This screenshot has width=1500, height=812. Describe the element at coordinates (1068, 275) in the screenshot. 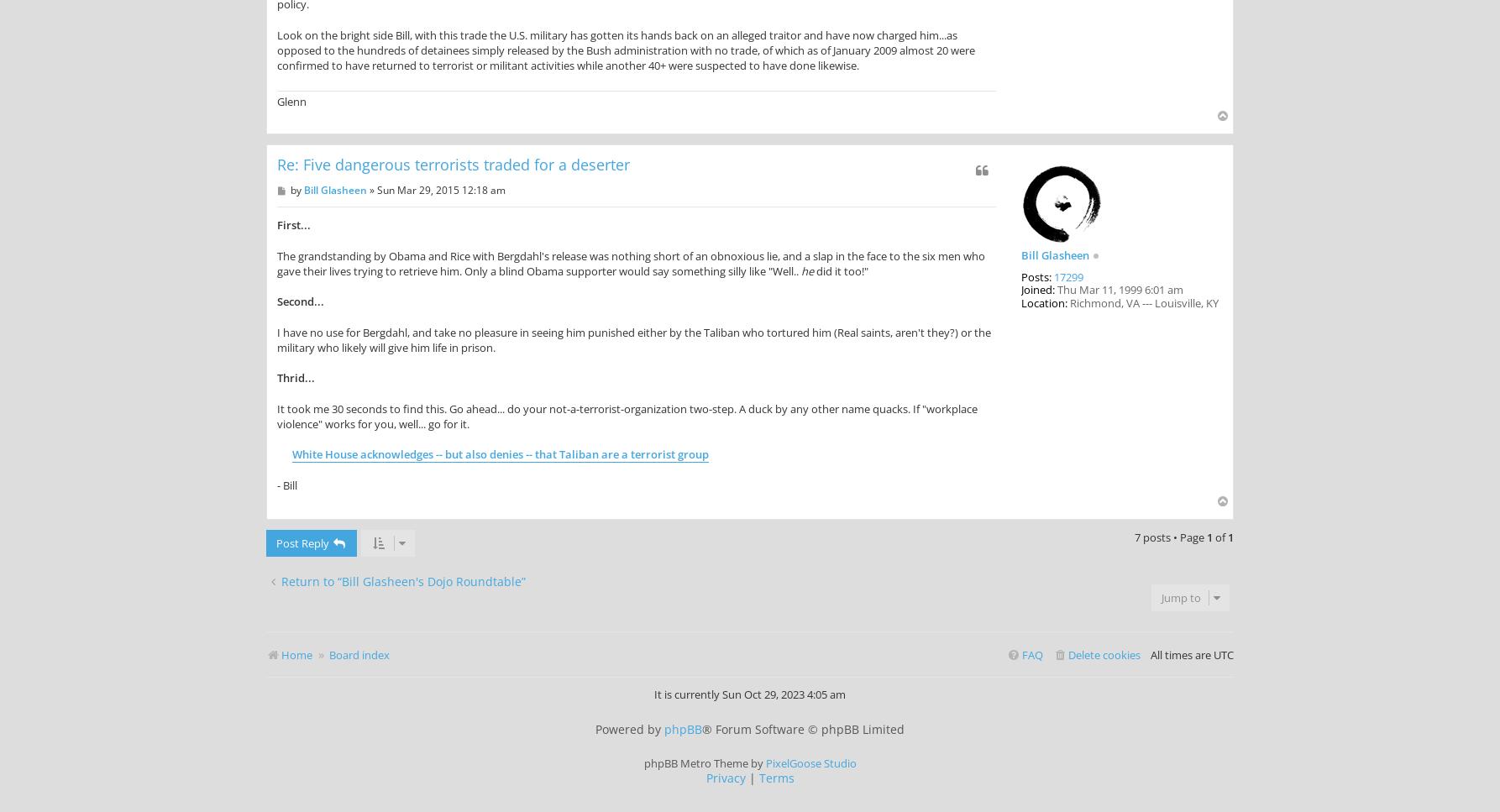

I see `'17299'` at that location.